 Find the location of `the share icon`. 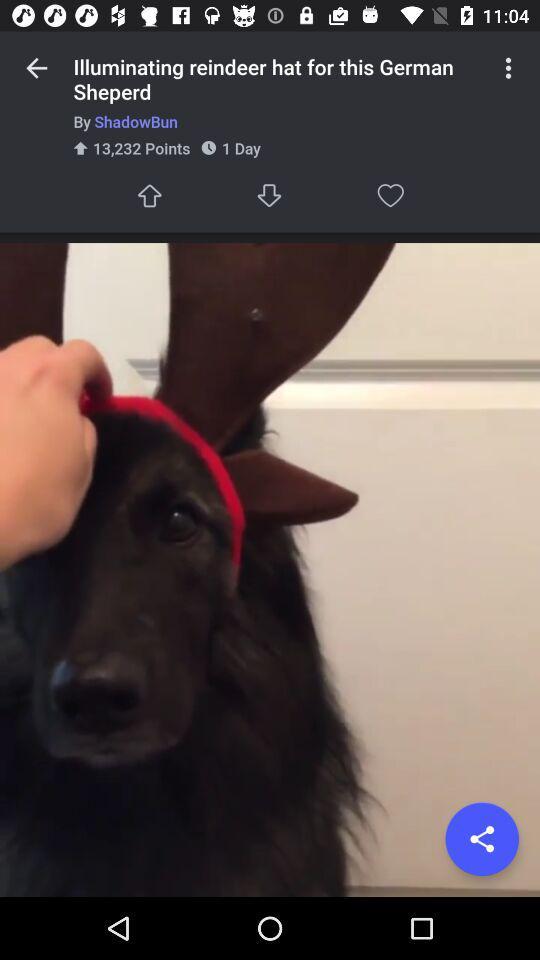

the share icon is located at coordinates (481, 839).